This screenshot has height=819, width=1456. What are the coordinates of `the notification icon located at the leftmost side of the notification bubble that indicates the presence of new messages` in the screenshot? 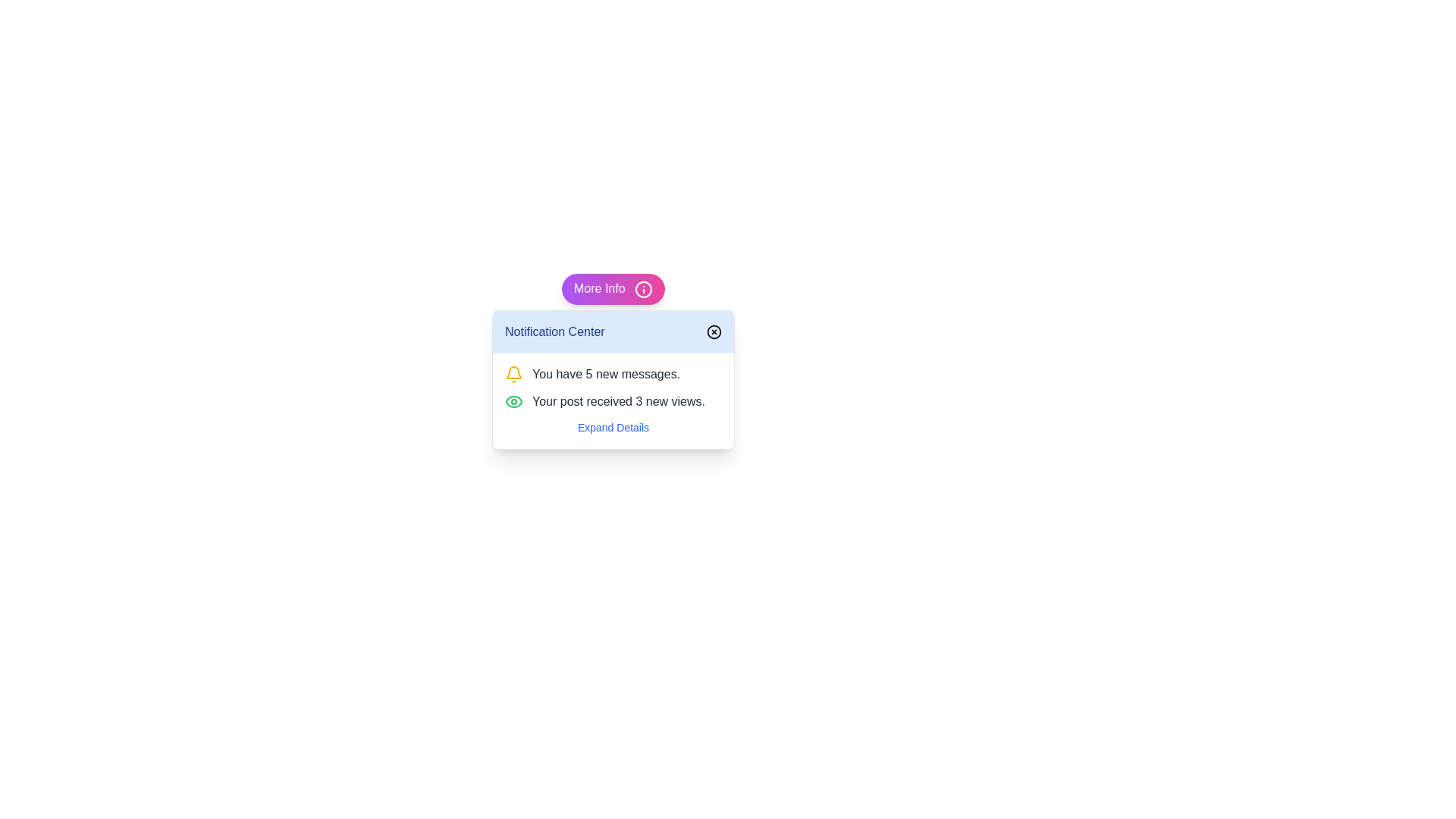 It's located at (513, 374).